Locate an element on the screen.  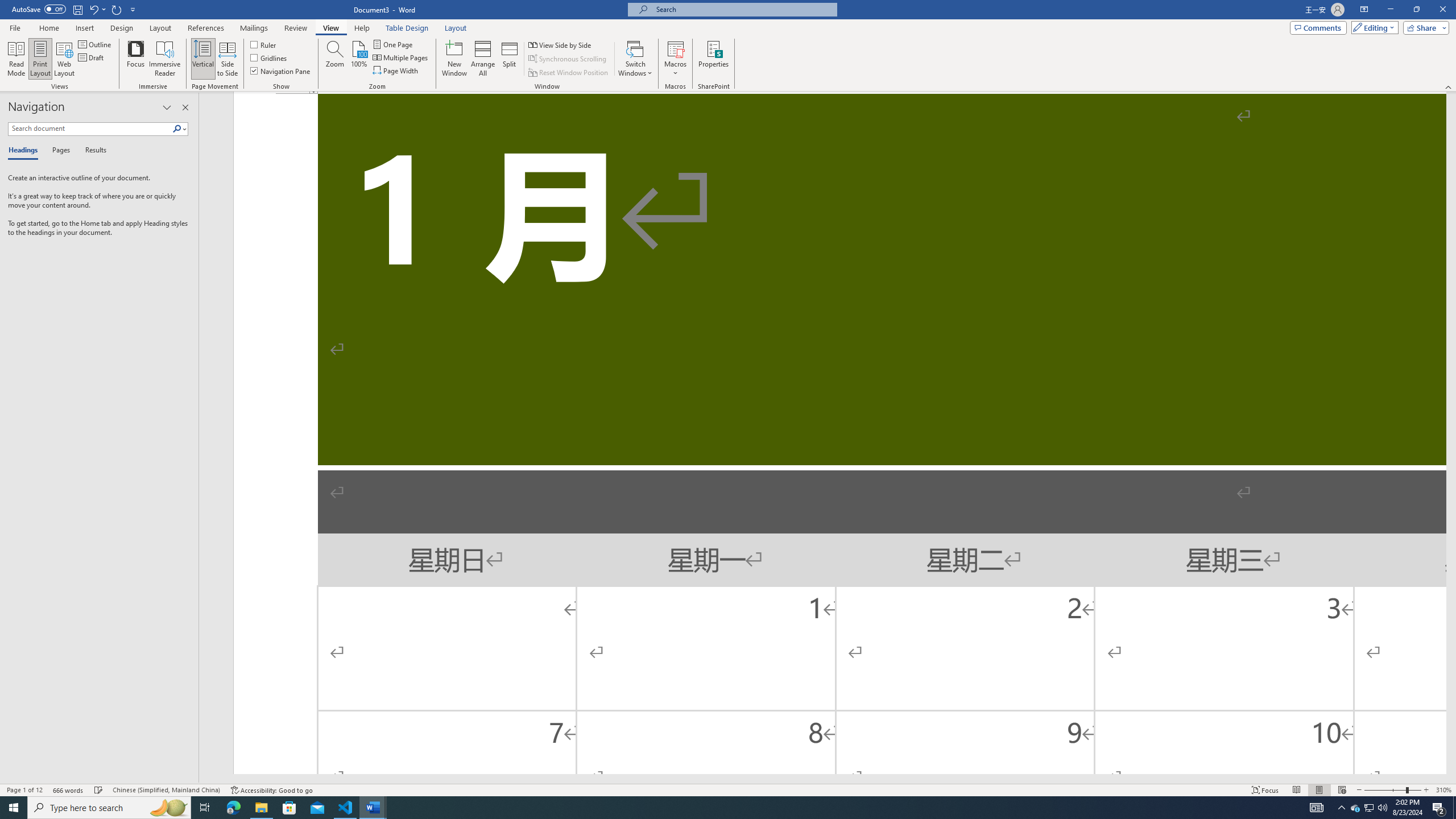
'Save' is located at coordinates (77, 9).